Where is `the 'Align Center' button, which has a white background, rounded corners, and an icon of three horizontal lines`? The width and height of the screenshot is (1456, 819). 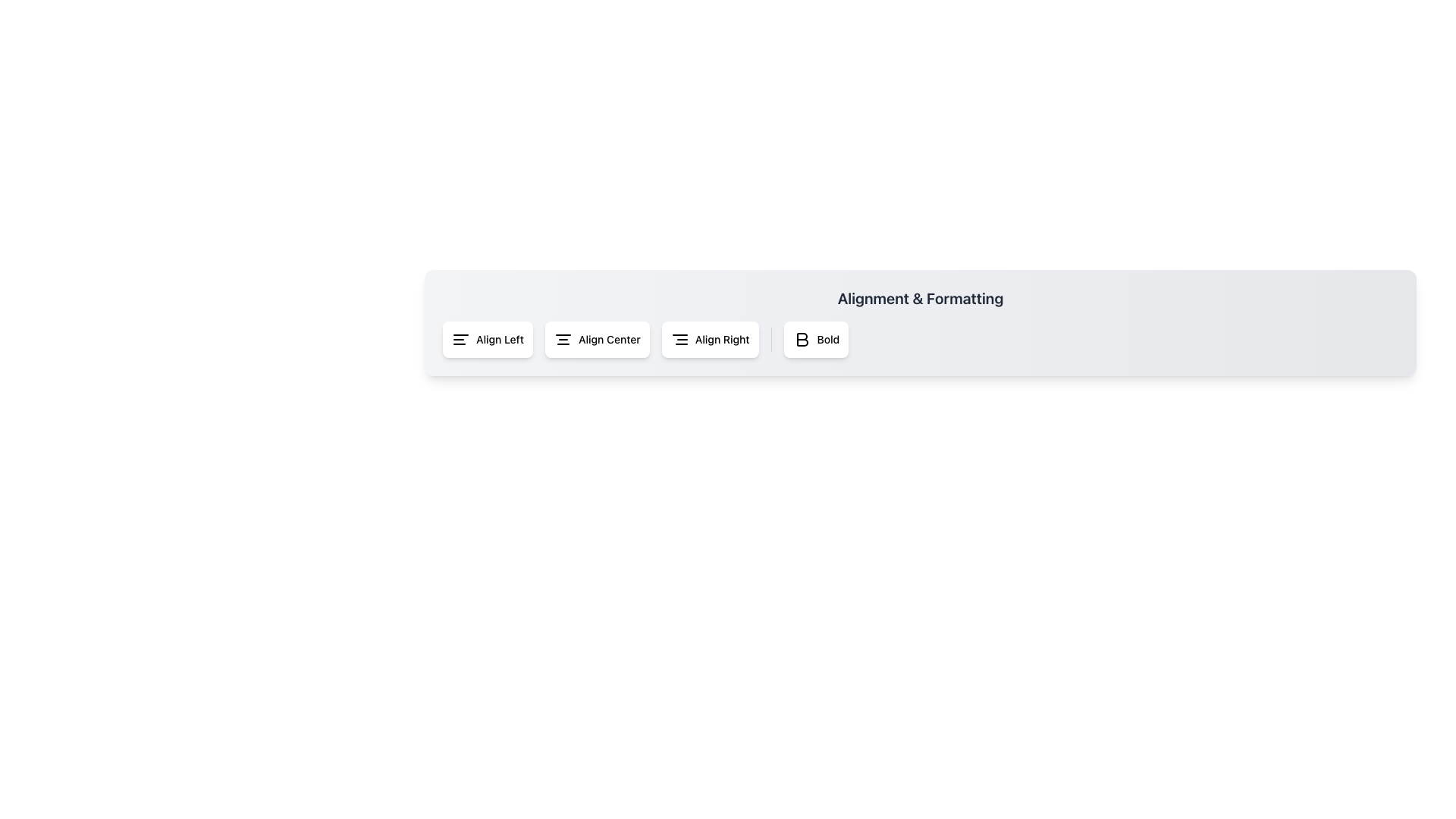
the 'Align Center' button, which has a white background, rounded corners, and an icon of three horizontal lines is located at coordinates (596, 338).